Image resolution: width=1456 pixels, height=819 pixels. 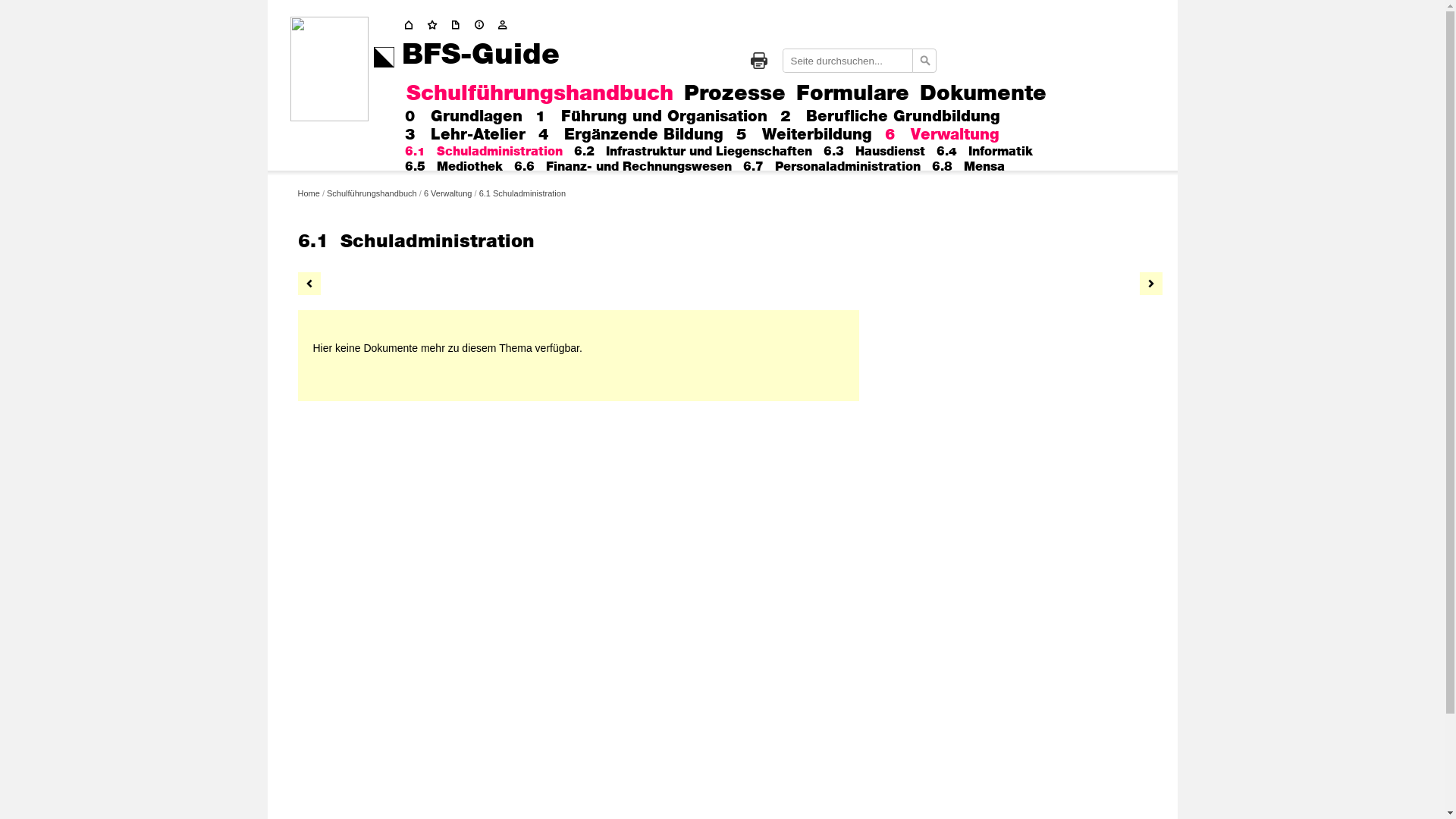 What do you see at coordinates (982, 94) in the screenshot?
I see `'Dokumente'` at bounding box center [982, 94].